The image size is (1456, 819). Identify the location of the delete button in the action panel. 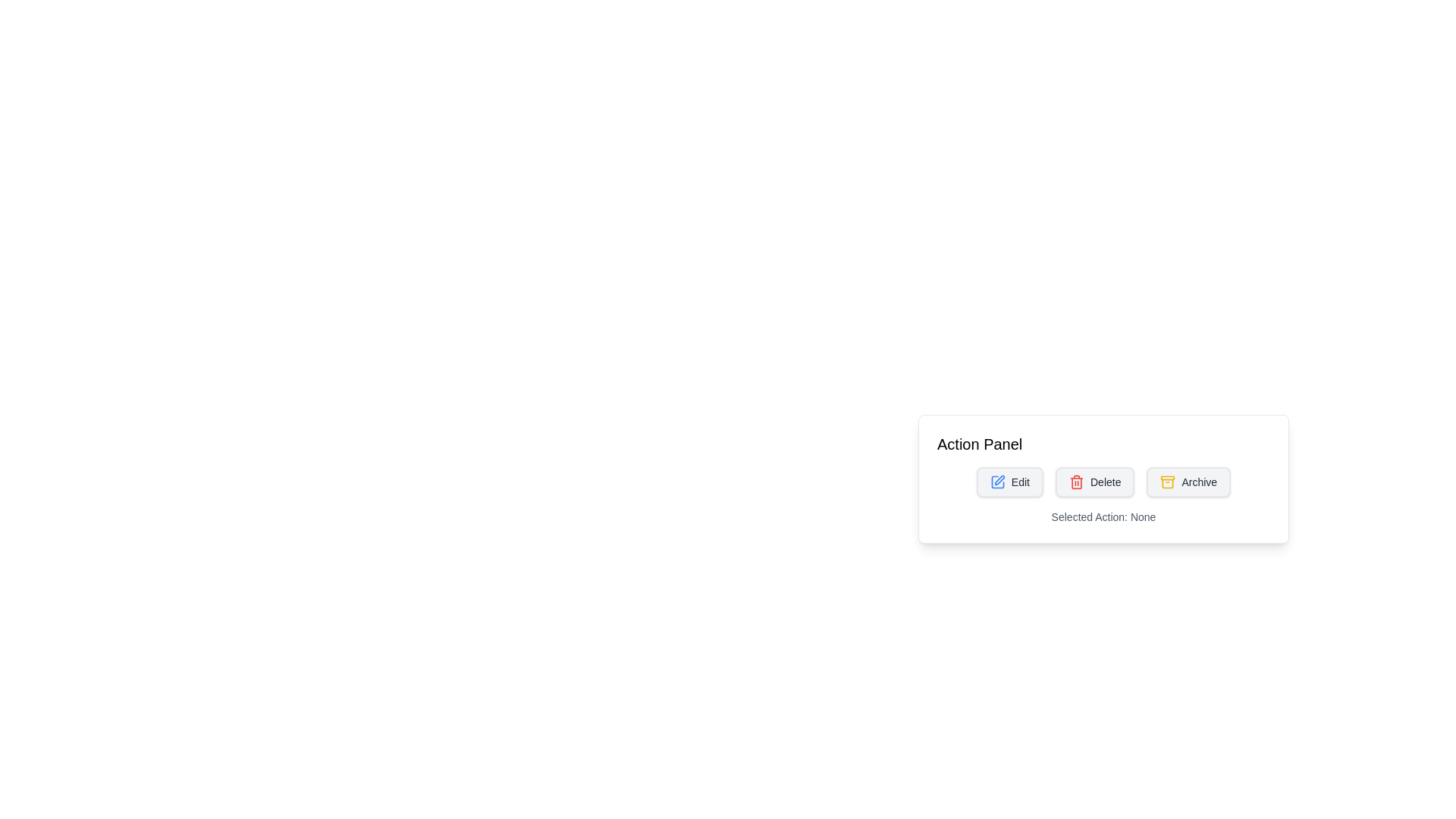
(1095, 482).